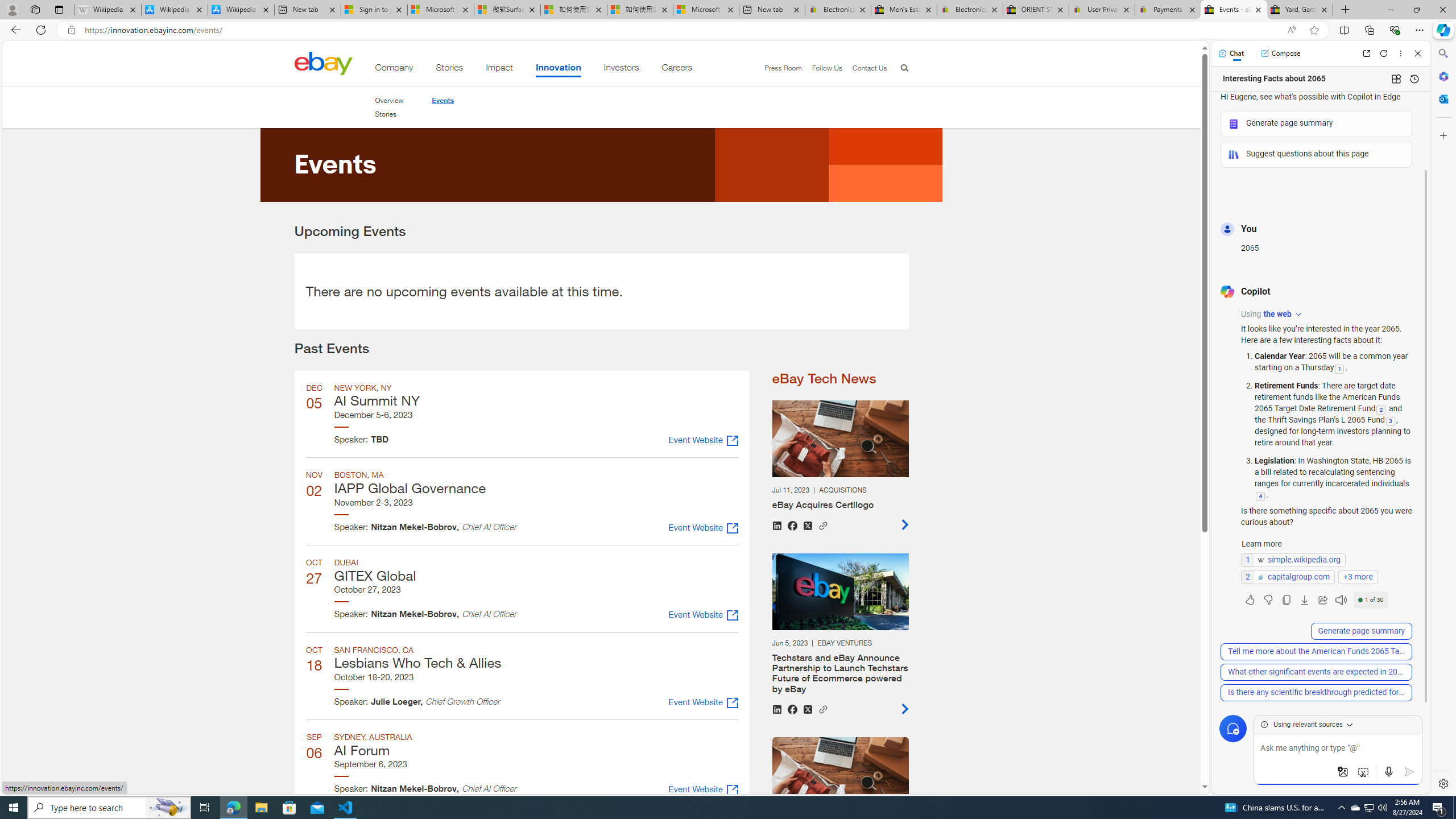 This screenshot has width=1456, height=819. What do you see at coordinates (1101, 9) in the screenshot?
I see `'User Privacy Notice | eBay'` at bounding box center [1101, 9].